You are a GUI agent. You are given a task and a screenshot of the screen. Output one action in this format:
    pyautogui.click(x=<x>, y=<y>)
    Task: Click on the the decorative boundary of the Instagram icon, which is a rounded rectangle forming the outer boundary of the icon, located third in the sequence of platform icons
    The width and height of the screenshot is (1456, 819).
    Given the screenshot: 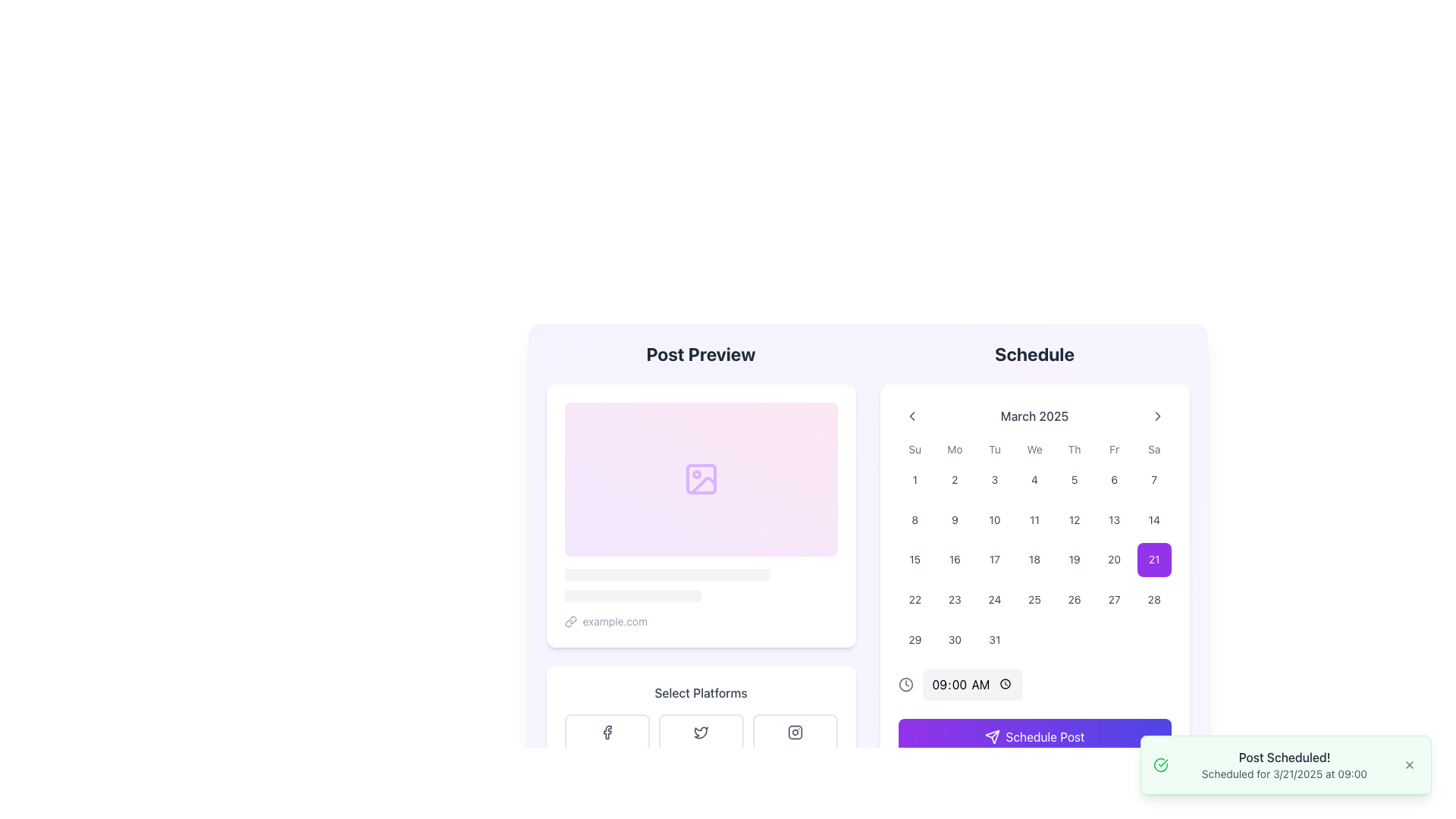 What is the action you would take?
    pyautogui.click(x=794, y=731)
    